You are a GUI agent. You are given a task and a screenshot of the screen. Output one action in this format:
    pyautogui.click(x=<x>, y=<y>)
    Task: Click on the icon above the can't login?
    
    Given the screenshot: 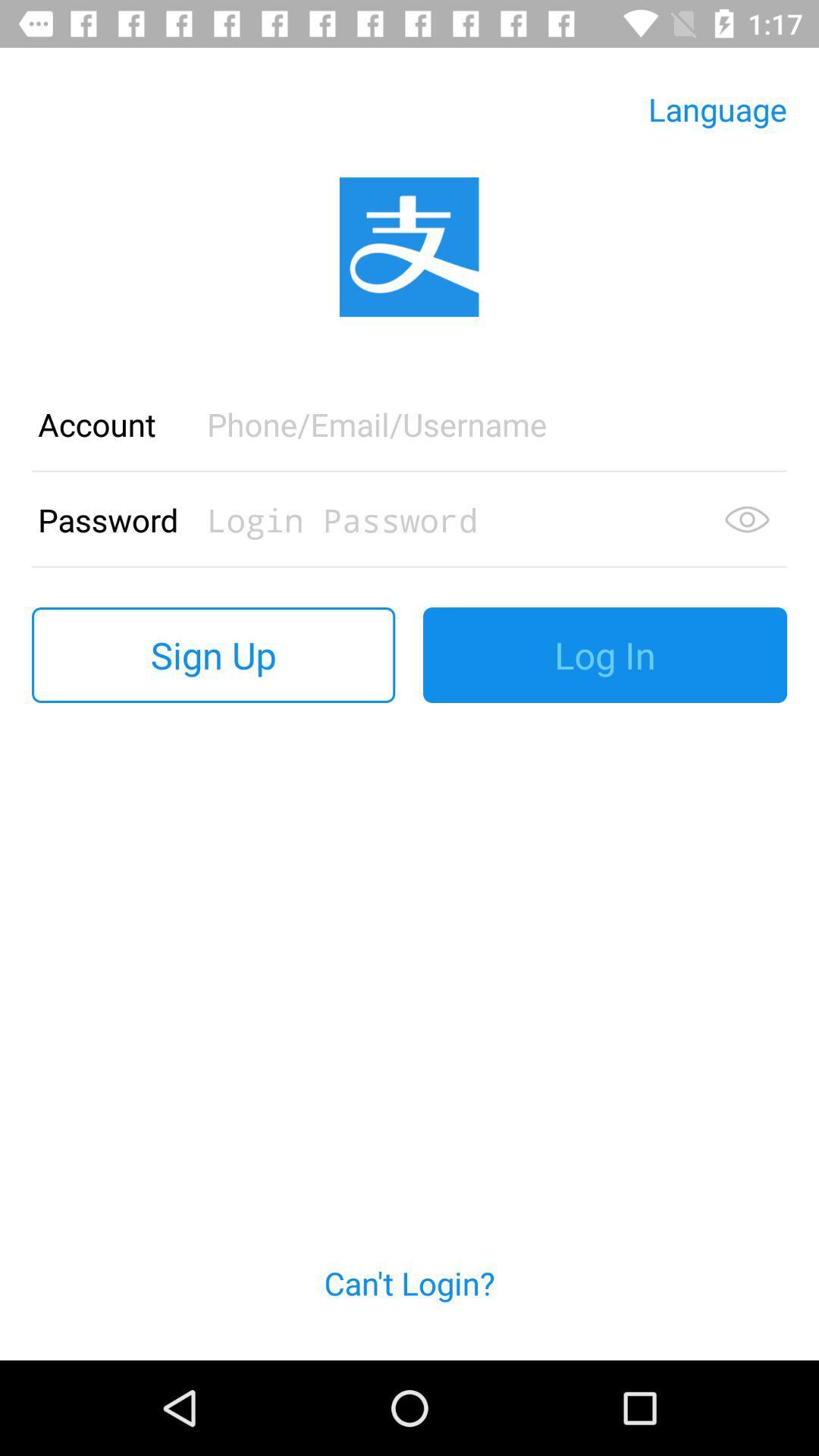 What is the action you would take?
    pyautogui.click(x=604, y=655)
    